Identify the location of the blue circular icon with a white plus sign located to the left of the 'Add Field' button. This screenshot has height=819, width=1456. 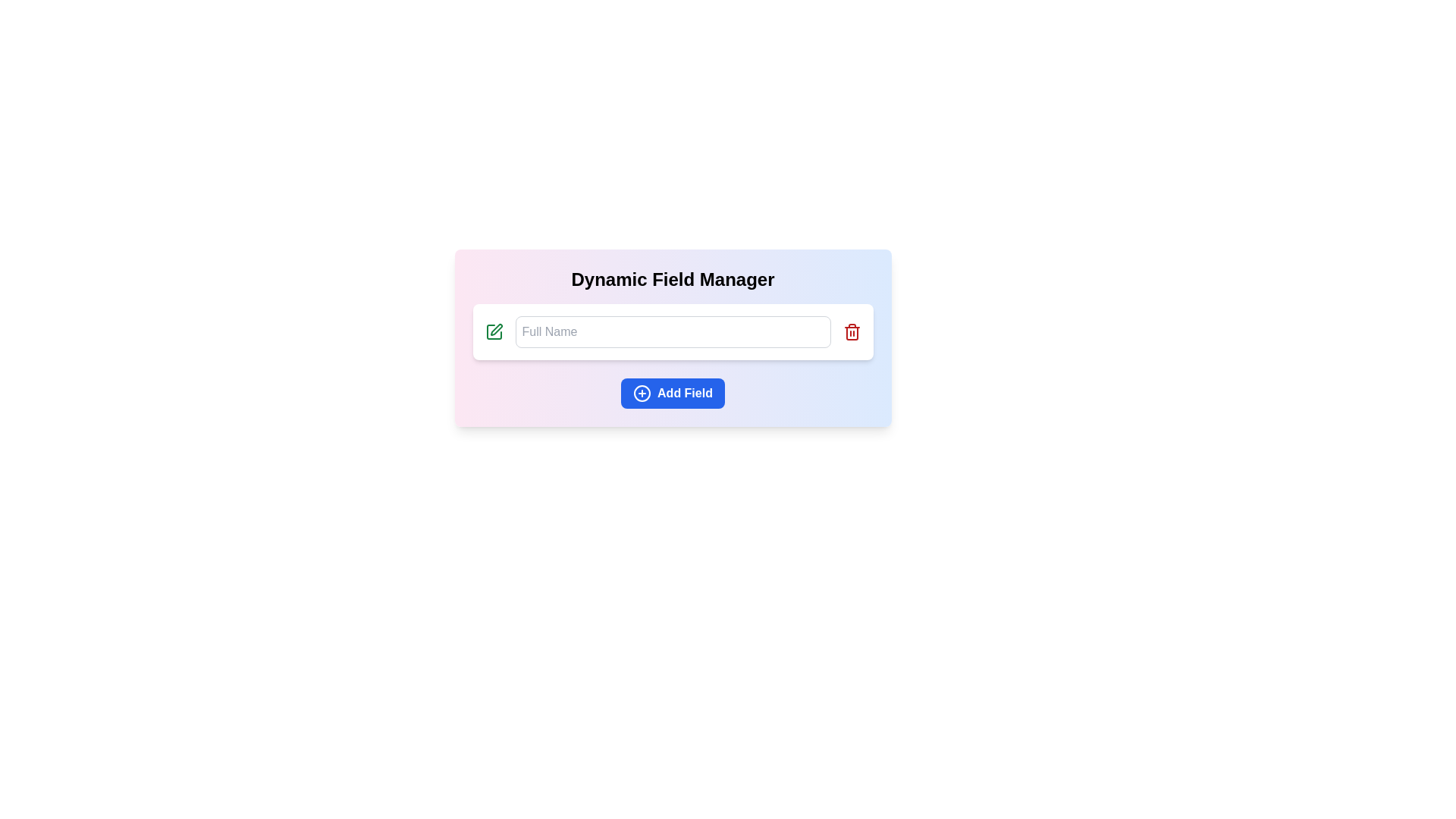
(642, 393).